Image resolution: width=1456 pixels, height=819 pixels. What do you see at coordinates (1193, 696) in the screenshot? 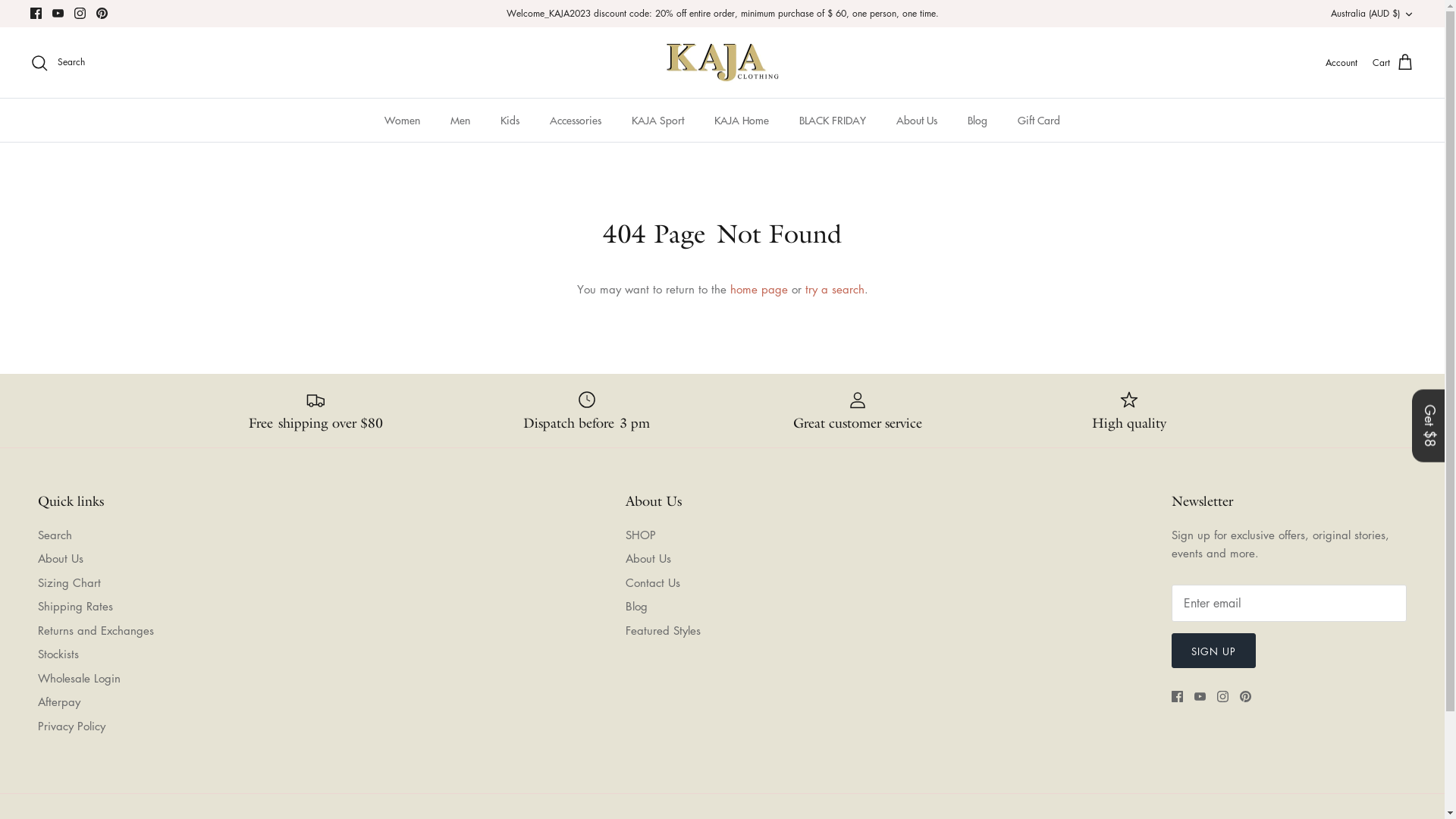
I see `'Youtube'` at bounding box center [1193, 696].